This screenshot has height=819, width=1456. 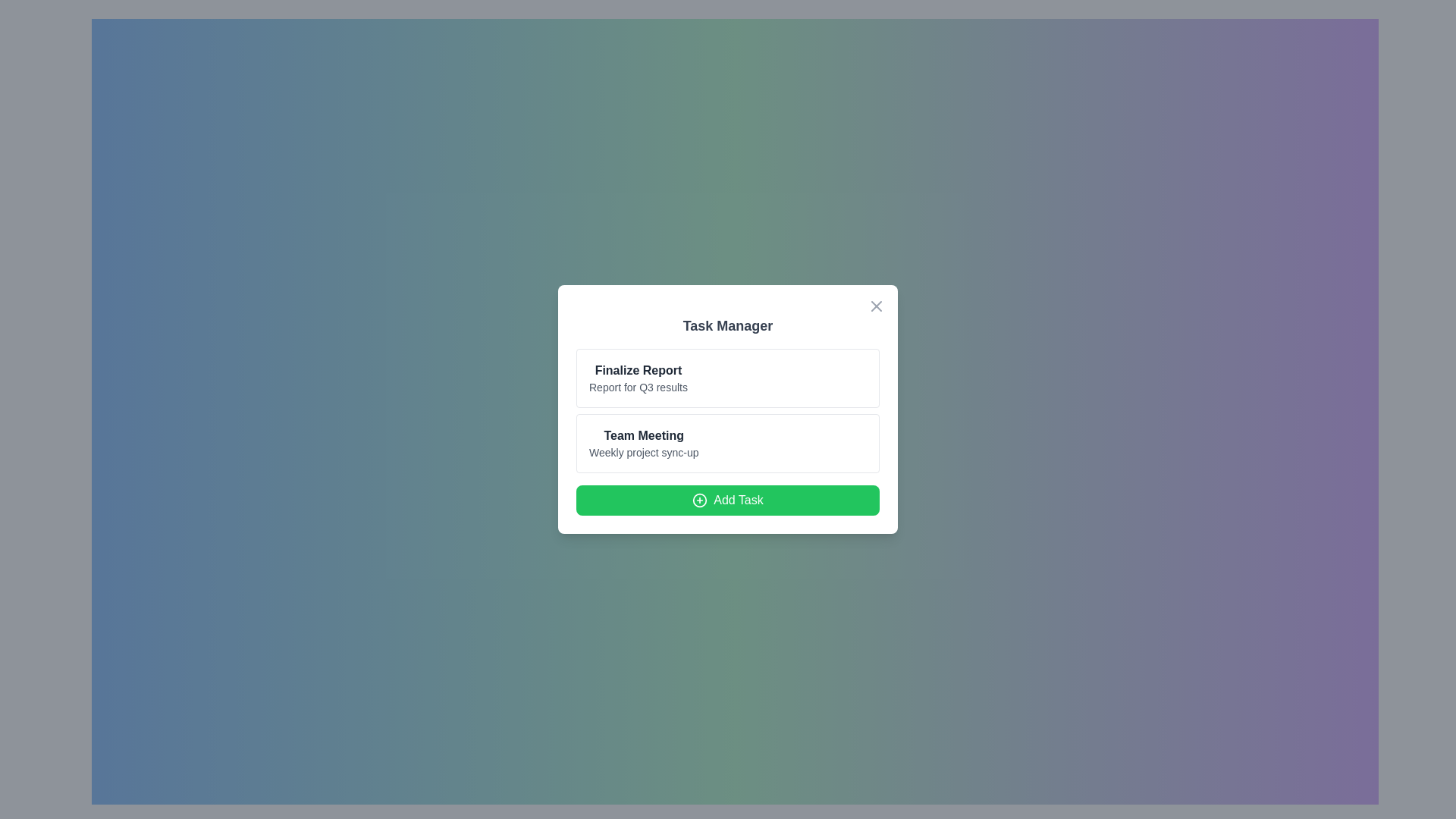 What do you see at coordinates (728, 444) in the screenshot?
I see `the 'Team Meeting' task item in the vertical list of tasks within the centered modal dialog box` at bounding box center [728, 444].